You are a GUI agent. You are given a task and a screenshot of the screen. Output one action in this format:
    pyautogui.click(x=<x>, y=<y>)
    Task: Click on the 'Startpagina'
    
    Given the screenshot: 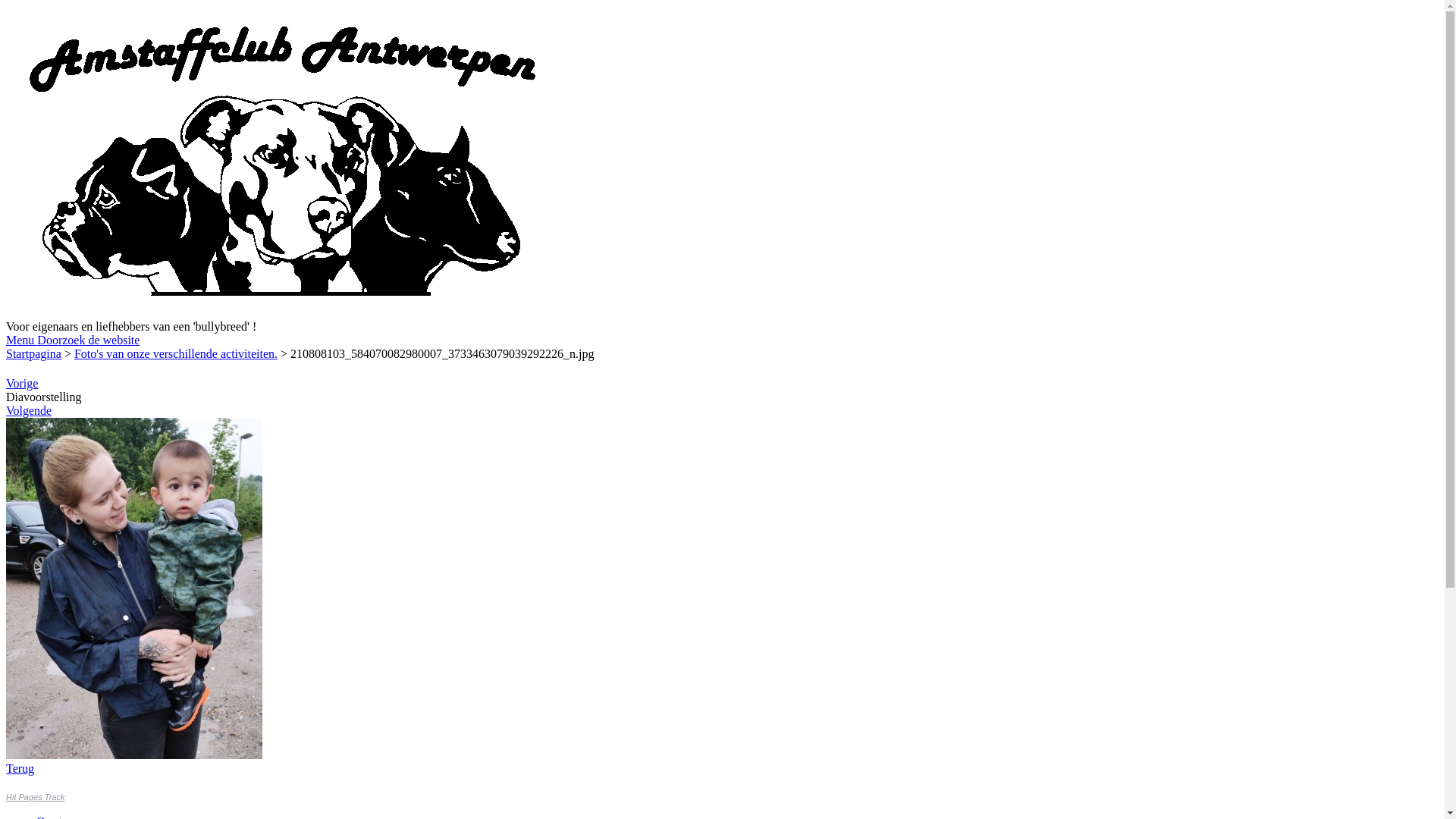 What is the action you would take?
    pyautogui.click(x=33, y=353)
    